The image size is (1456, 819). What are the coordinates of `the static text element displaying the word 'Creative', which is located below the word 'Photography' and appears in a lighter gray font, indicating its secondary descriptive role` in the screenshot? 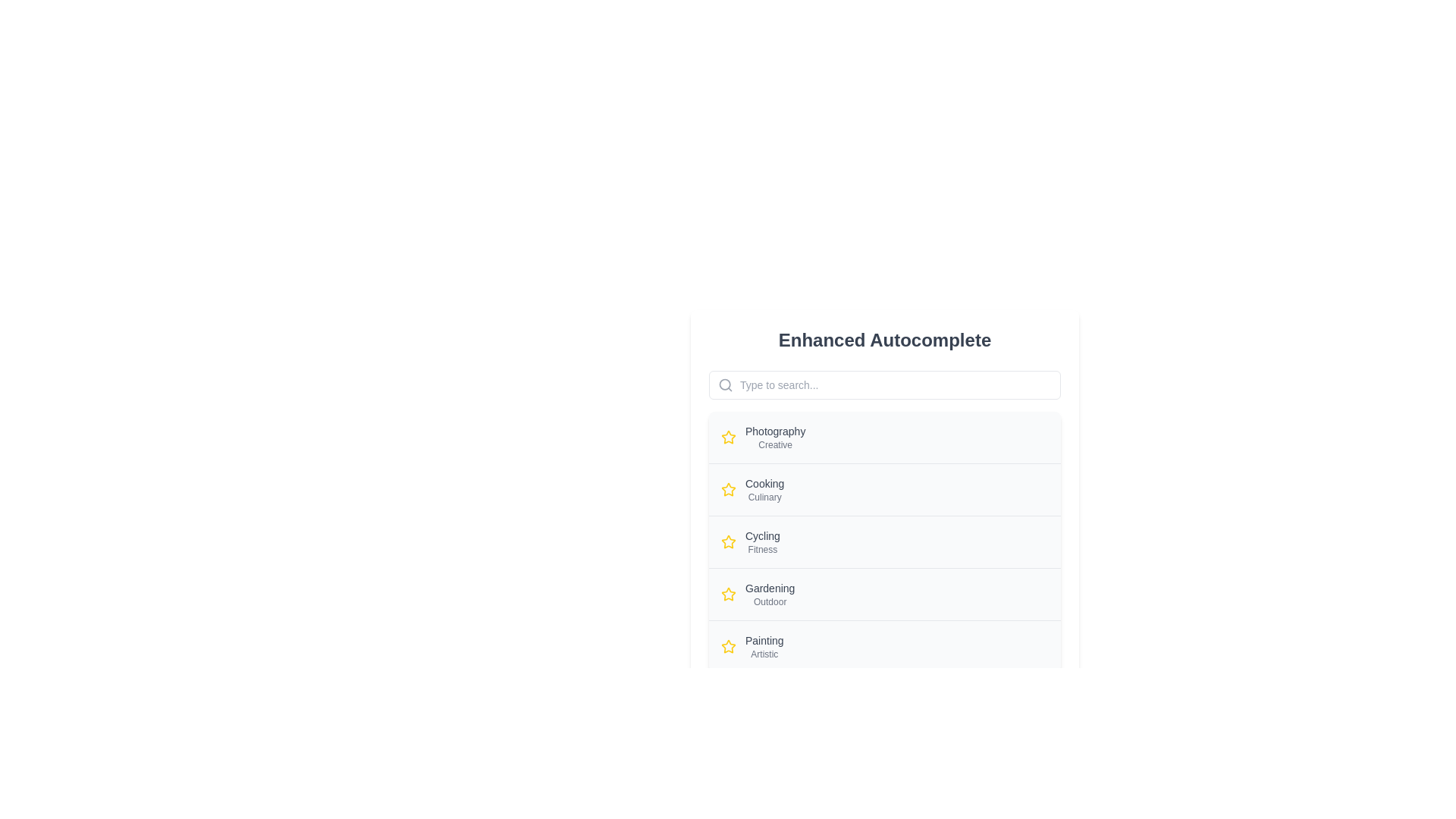 It's located at (775, 444).